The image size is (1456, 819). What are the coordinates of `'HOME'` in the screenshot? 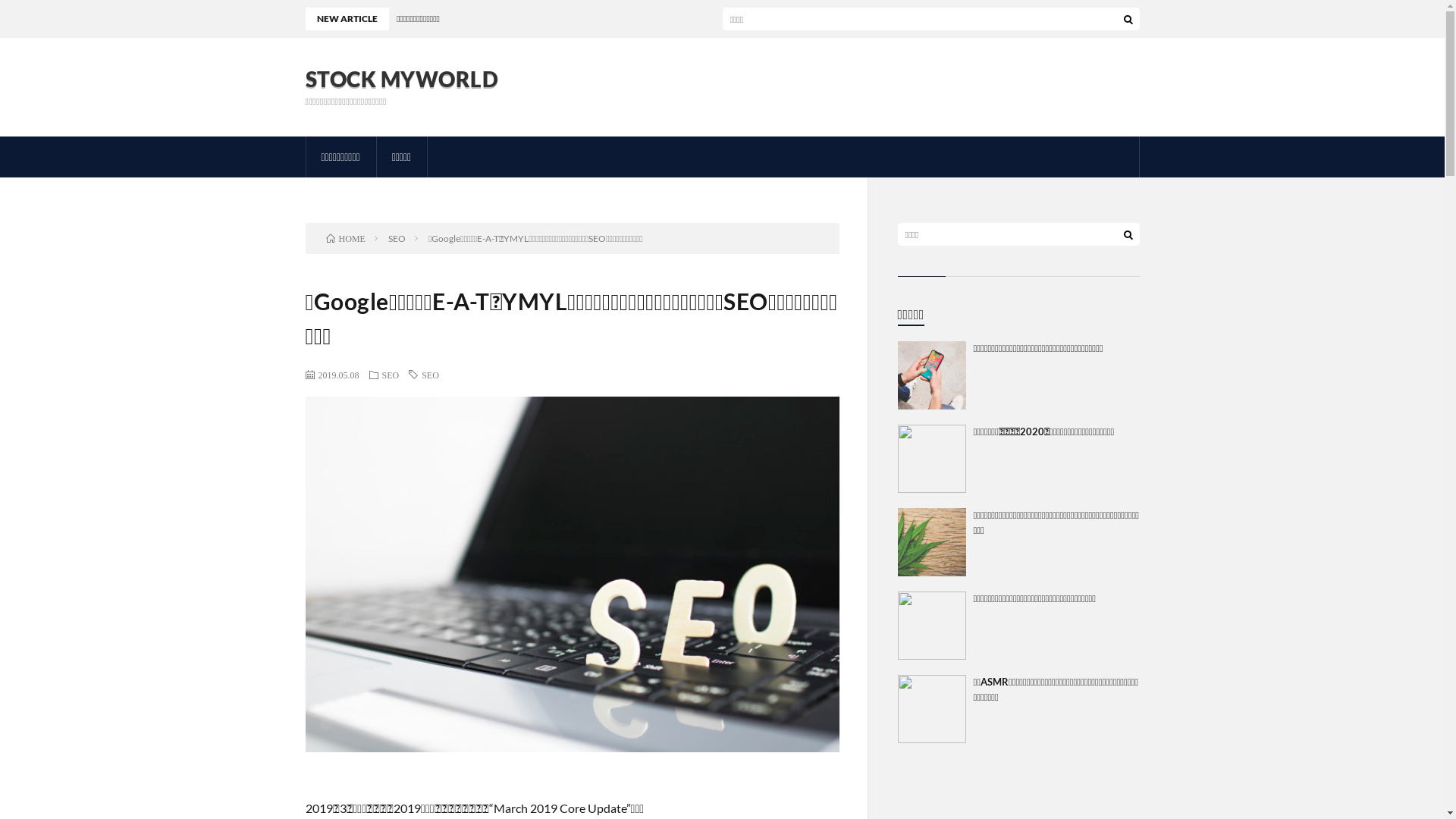 It's located at (345, 238).